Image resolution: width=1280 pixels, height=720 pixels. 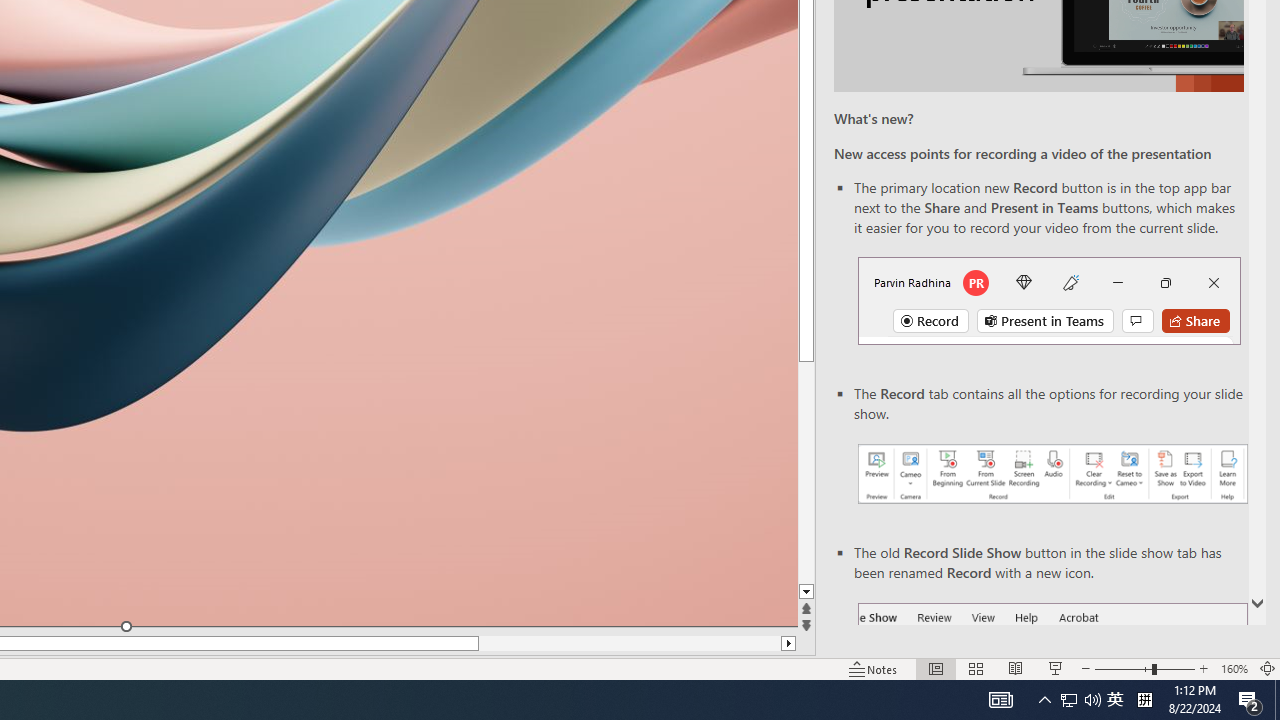 What do you see at coordinates (1233, 669) in the screenshot?
I see `'Zoom 160%'` at bounding box center [1233, 669].